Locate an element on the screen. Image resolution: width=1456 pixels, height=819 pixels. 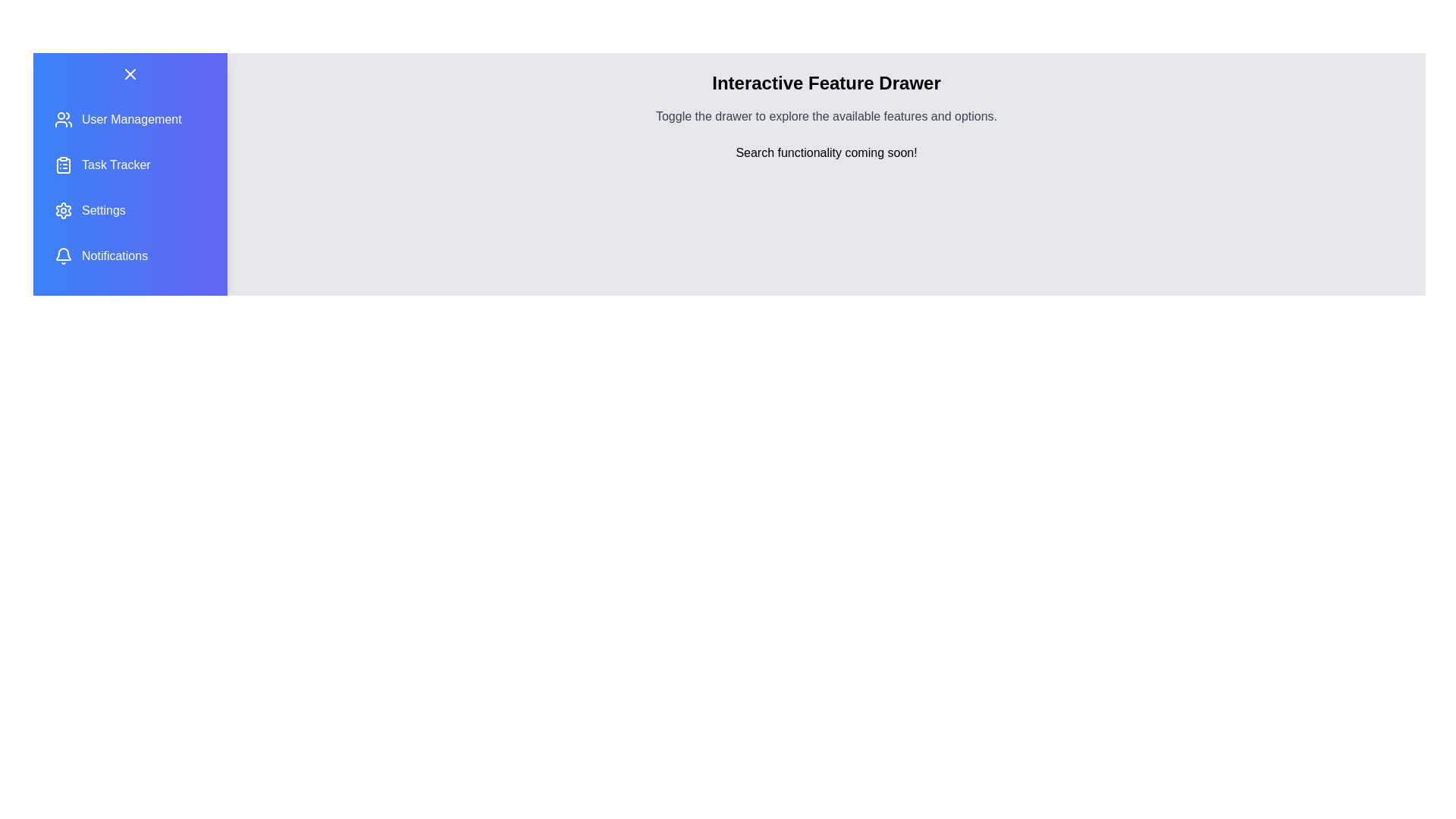
the feature item Settings to observe the hover effect is located at coordinates (130, 210).